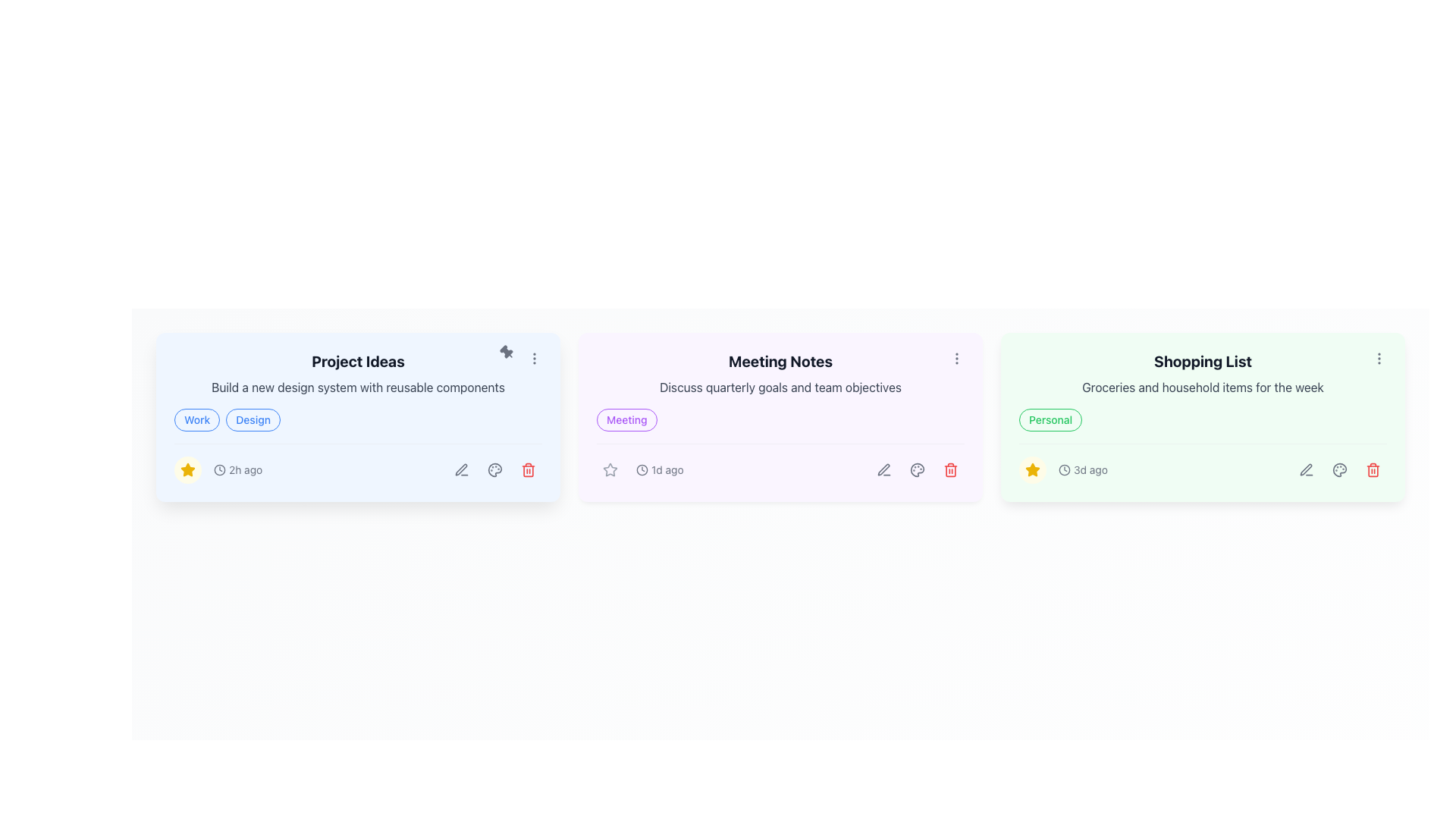 The width and height of the screenshot is (1456, 819). I want to click on text '2h ago' from the timestamp indicator located at the bottom-left corner of the 'Project Ideas' card, which includes icon representations for importance and time, so click(218, 469).